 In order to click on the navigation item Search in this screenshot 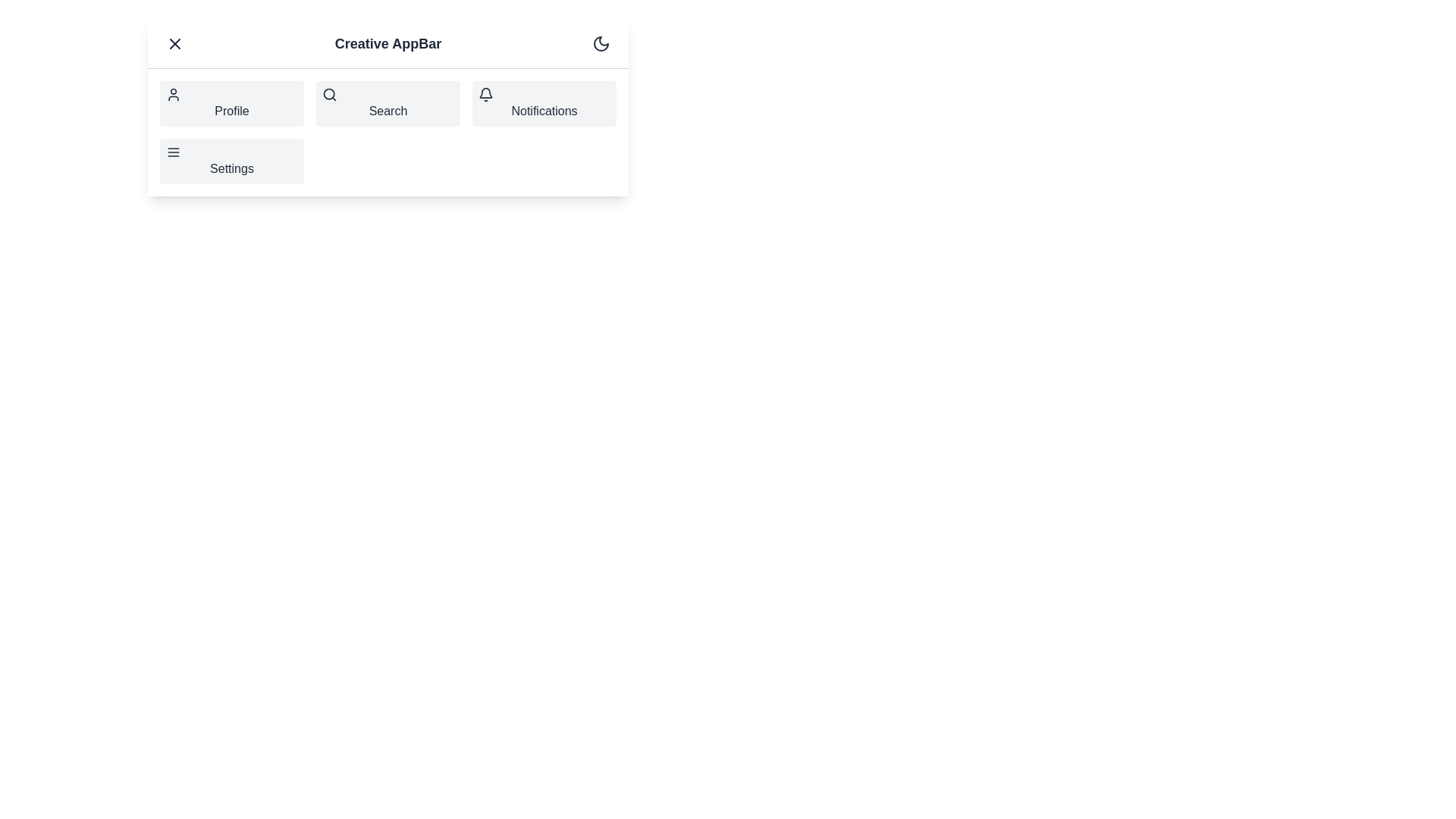, I will do `click(388, 103)`.